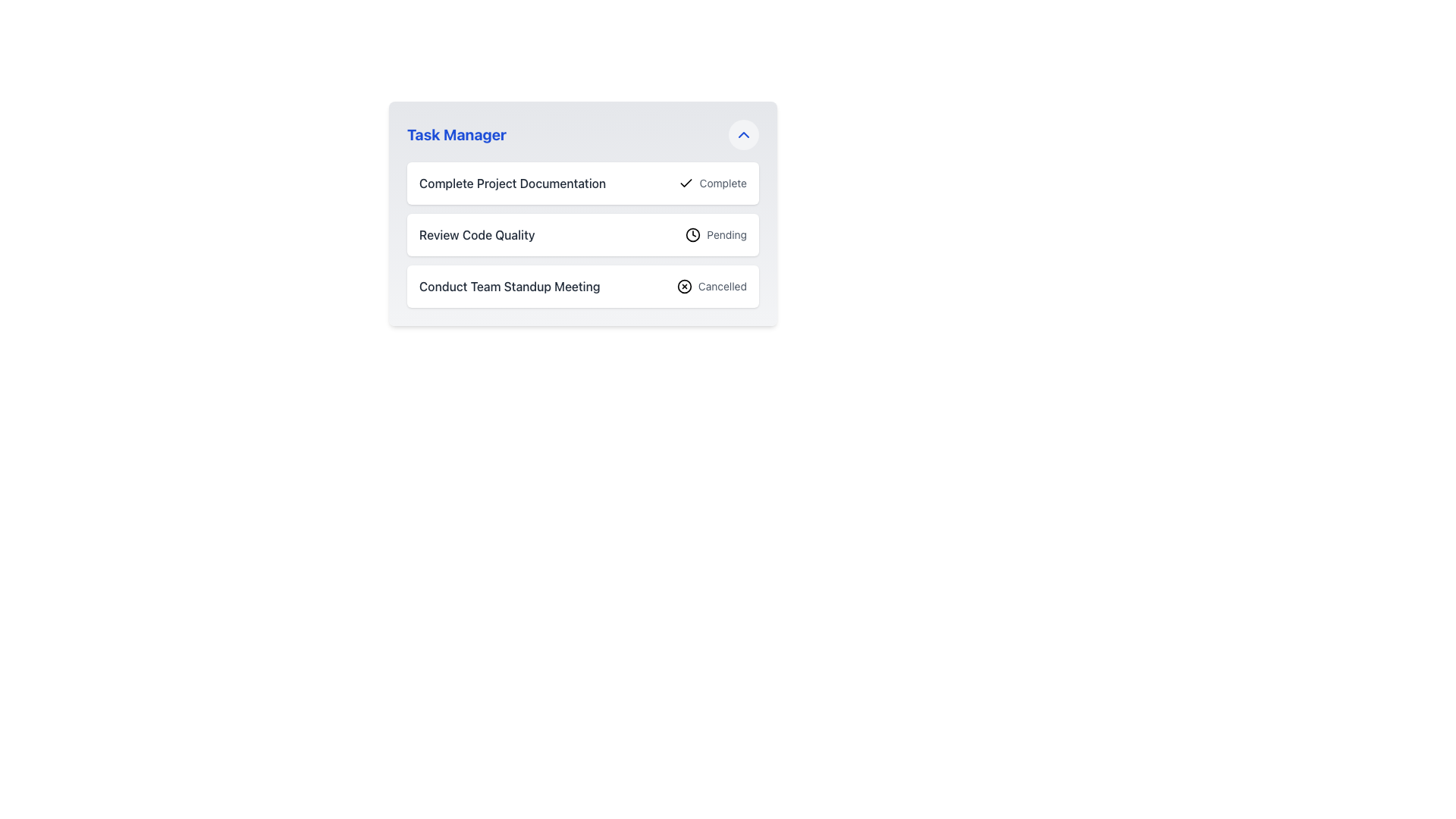 The height and width of the screenshot is (819, 1456). Describe the element at coordinates (582, 213) in the screenshot. I see `the second task item in the task manager list, which represents a pending task between 'Complete Project Documentation' and 'Conduct Team Standup Meeting'` at that location.